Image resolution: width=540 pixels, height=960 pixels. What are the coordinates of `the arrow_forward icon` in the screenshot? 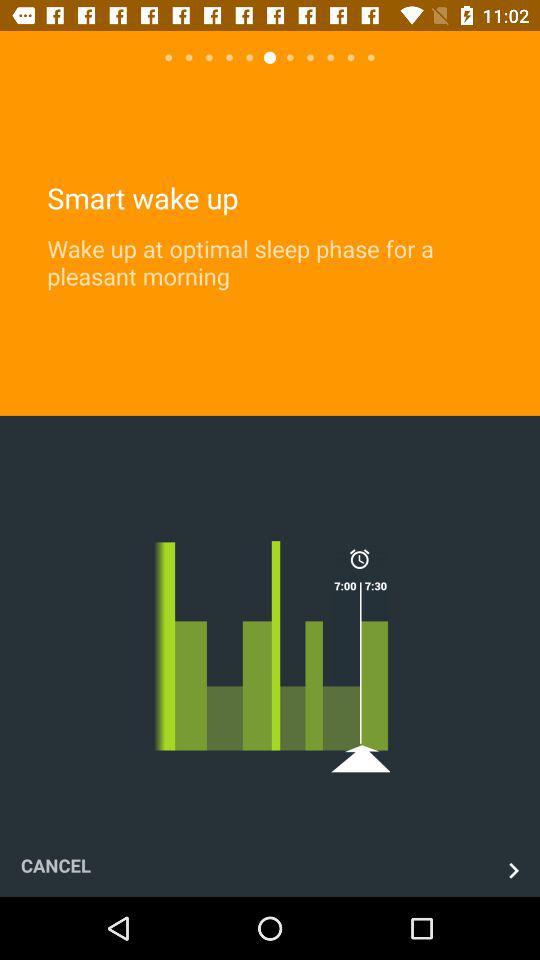 It's located at (513, 869).